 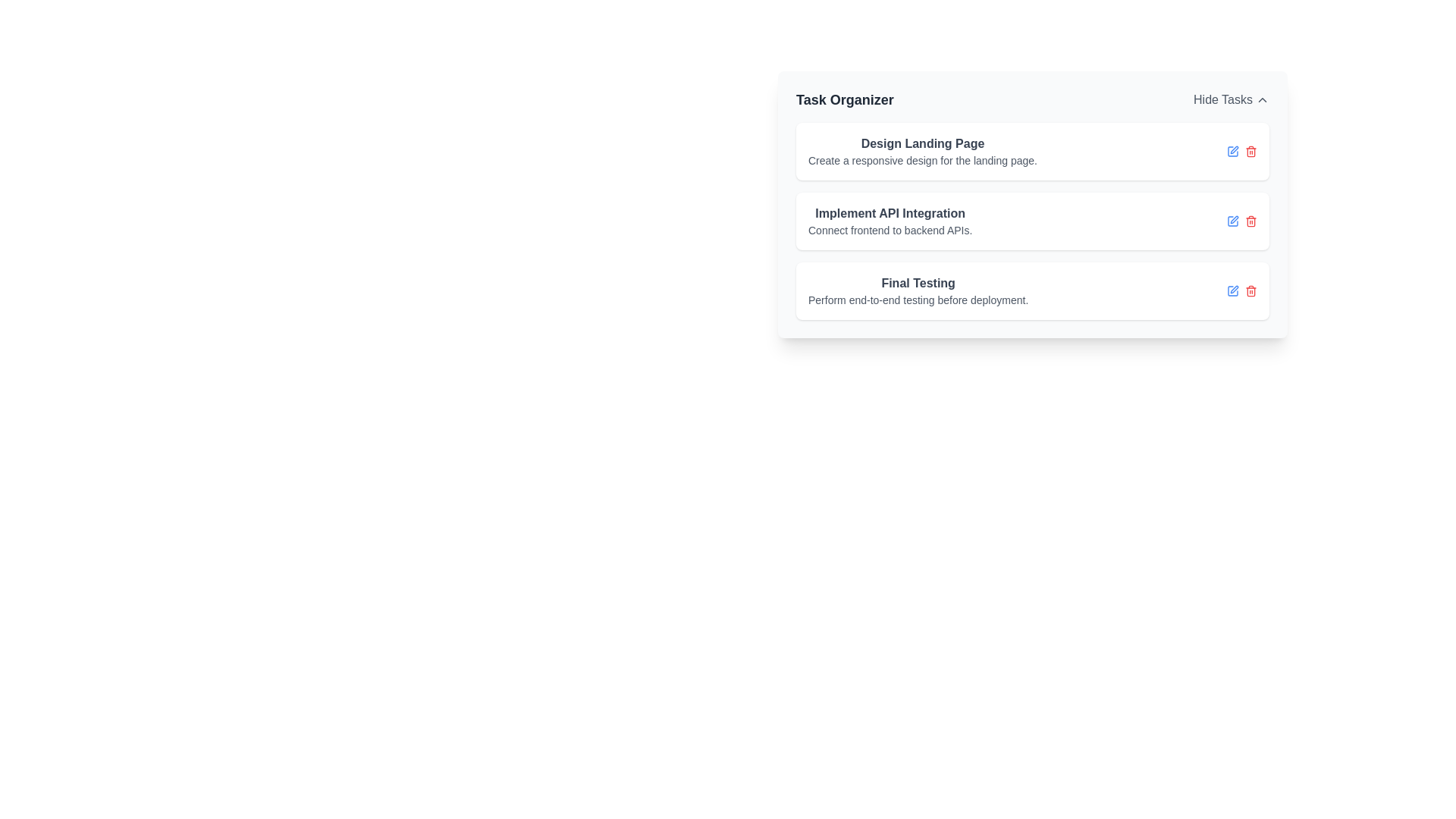 I want to click on the red trash can icon to change its color, which is located at the far right of the horizontal layout and is the second icon from the right, so click(x=1251, y=152).